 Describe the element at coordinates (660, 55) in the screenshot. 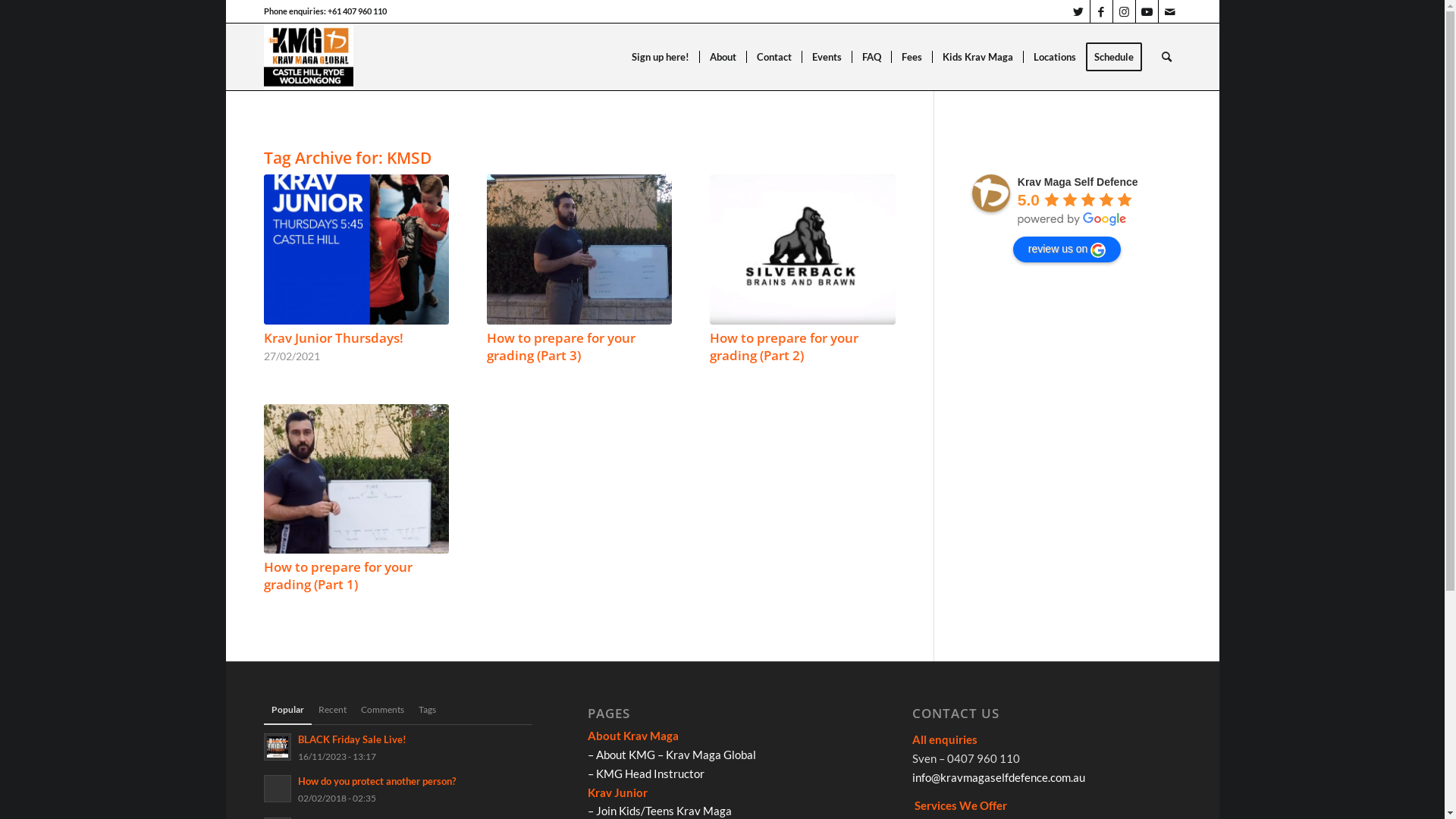

I see `'Sign up here!'` at that location.